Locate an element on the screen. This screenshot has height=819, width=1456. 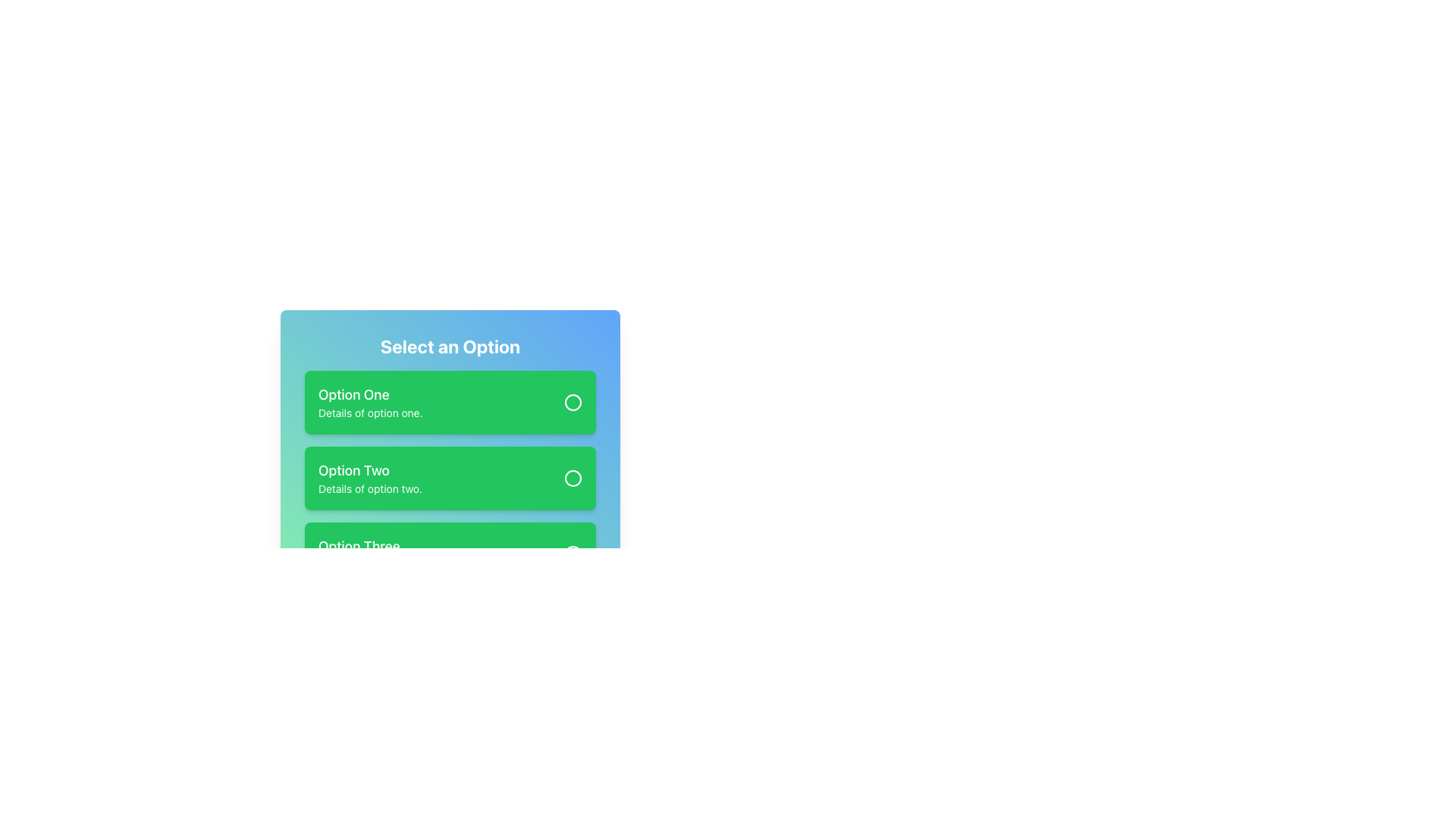
text from the text label labeled 'Option Three' which is styled bold and larger, aligned to the left on a green background is located at coordinates (374, 547).